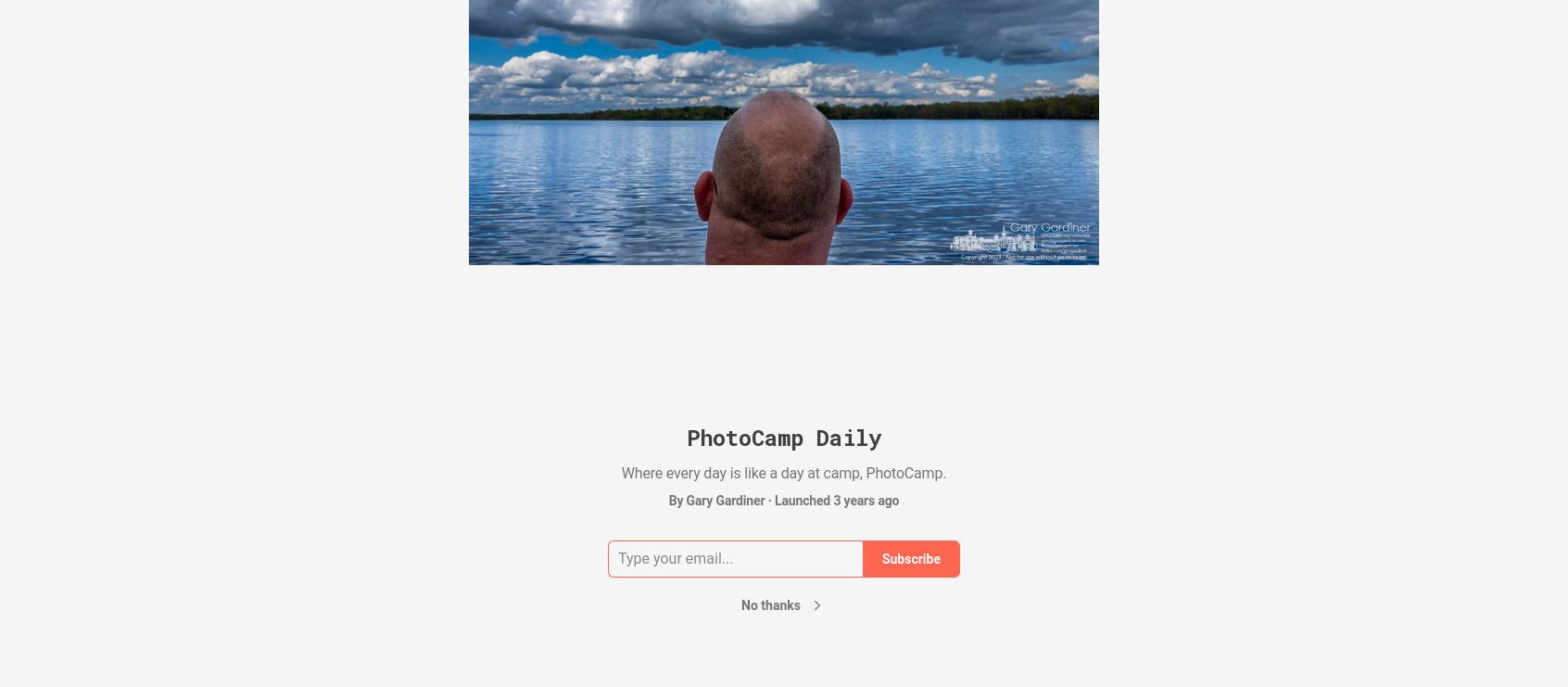  I want to click on 'Spent so much time thinking about the time that time got away from me. That fitness monitor on my wrist that tells time is significant in the way it…', so click(624, 462).